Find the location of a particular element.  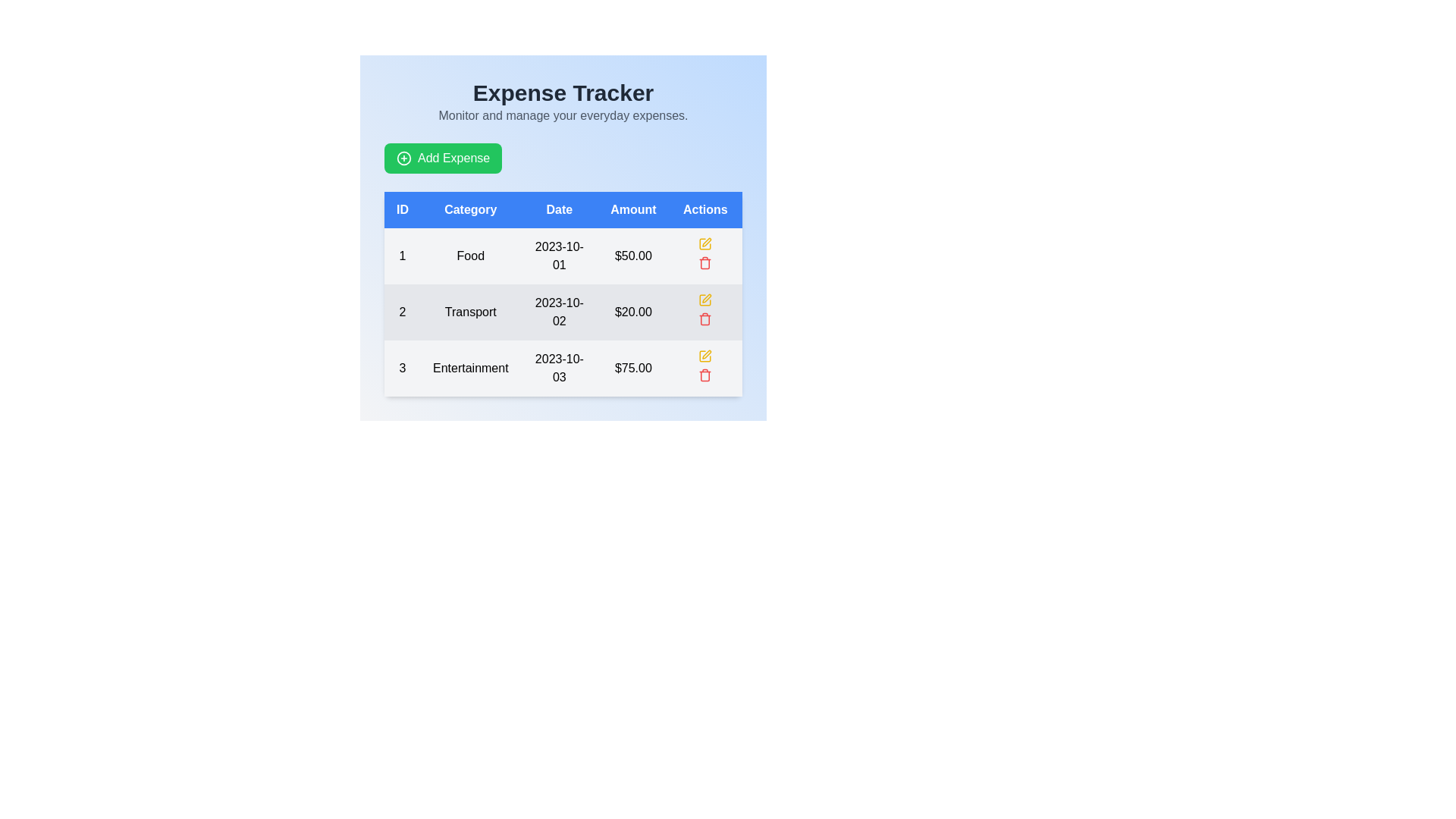

the green 'Add Expense' button with rounded corners, which features white text and a circular plus icon, located is located at coordinates (442, 158).